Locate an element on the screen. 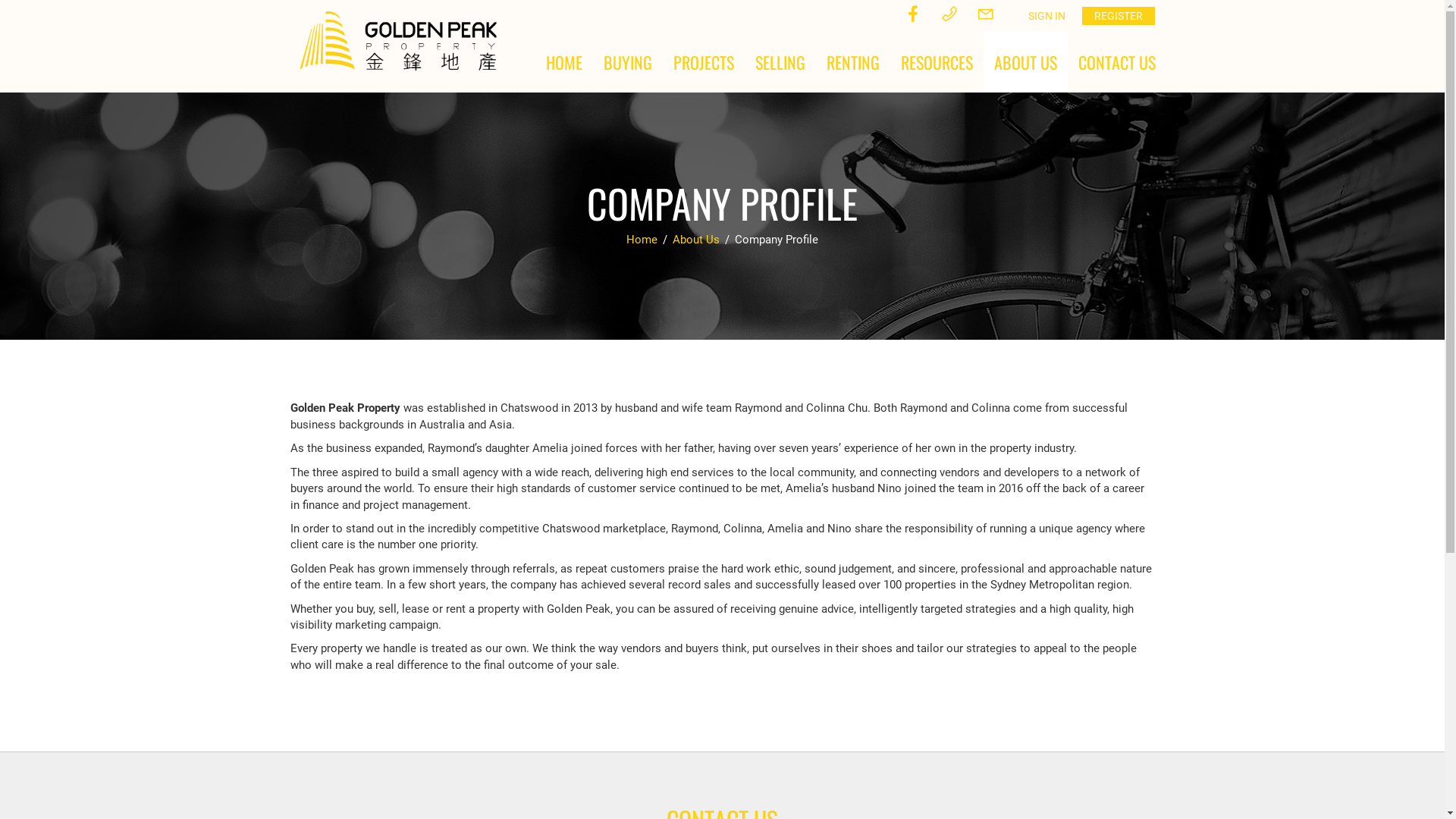 The width and height of the screenshot is (1456, 819). 'SIGN IN' is located at coordinates (1046, 15).